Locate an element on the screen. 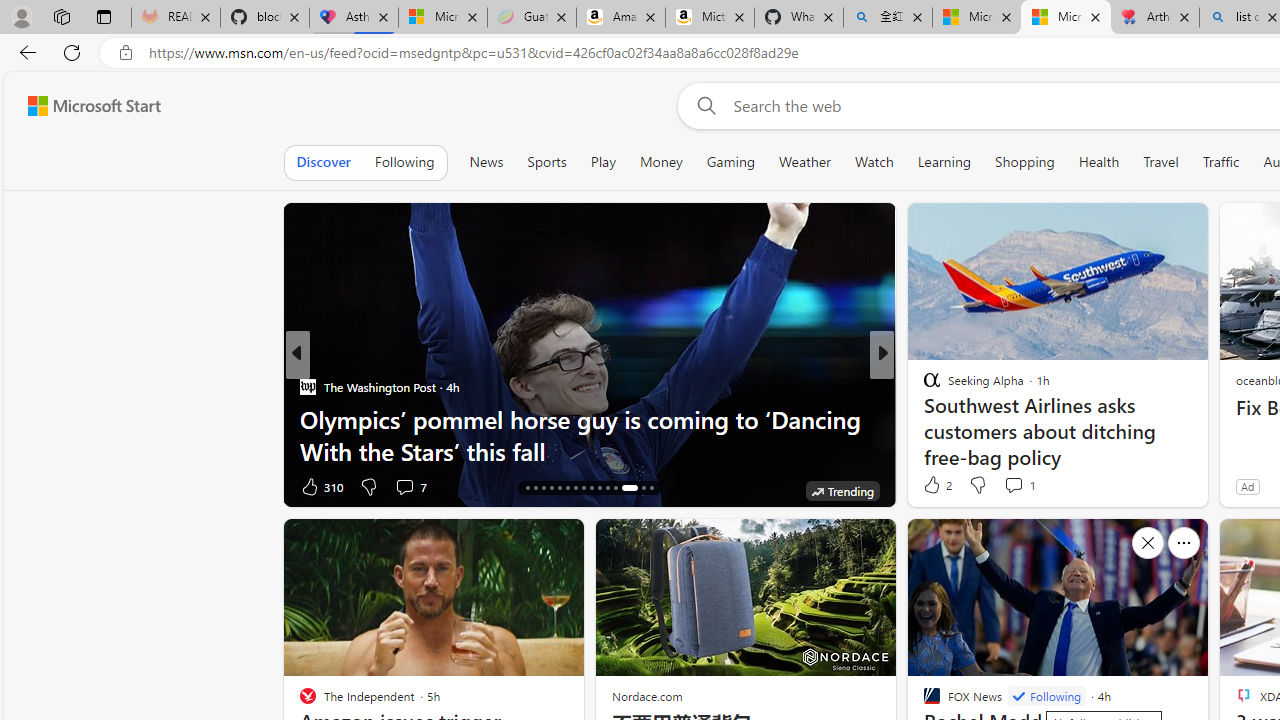 The height and width of the screenshot is (720, 1280). 'AutomationID: tab-30' is located at coordinates (650, 488).